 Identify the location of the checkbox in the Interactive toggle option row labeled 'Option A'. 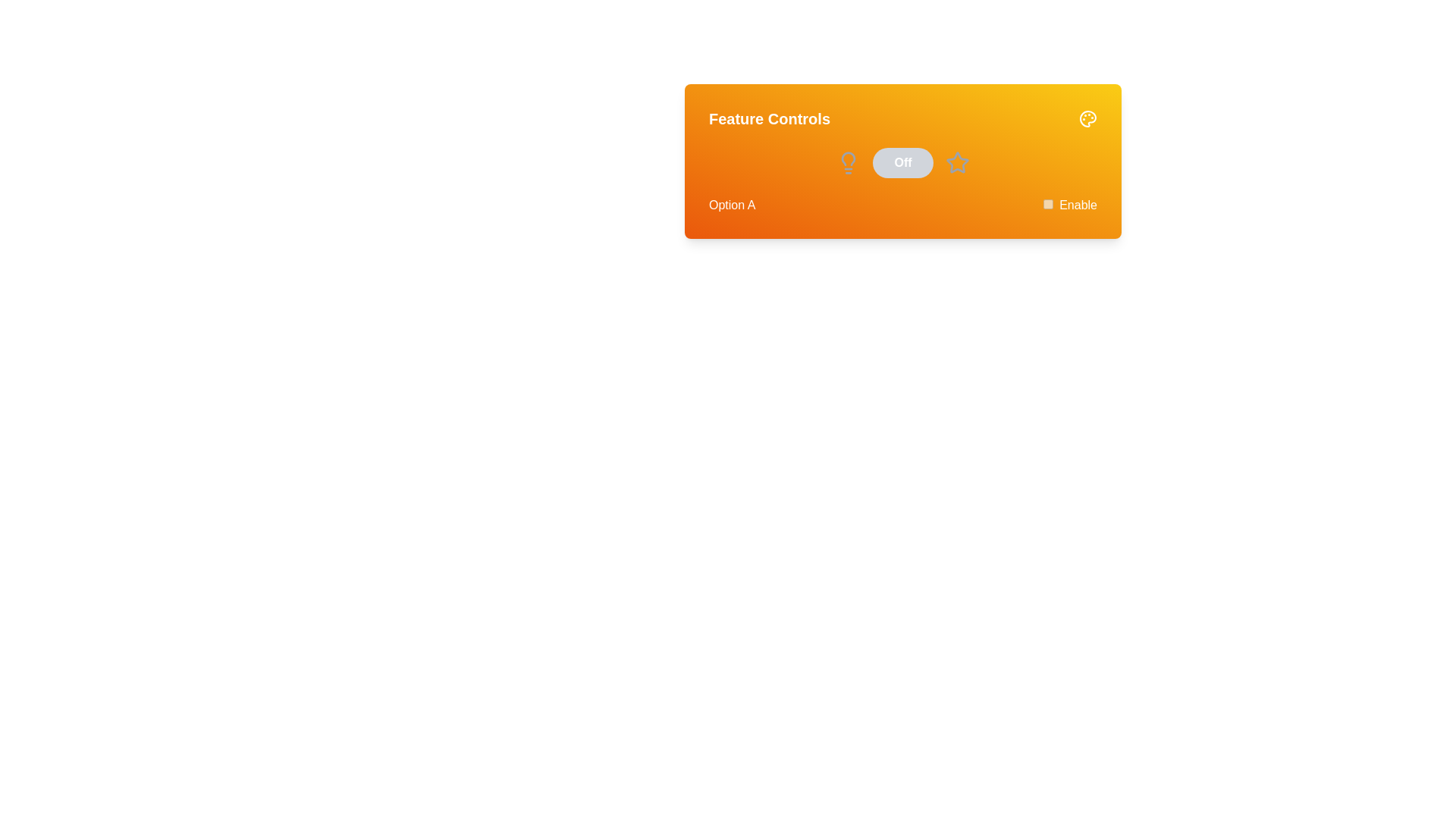
(902, 205).